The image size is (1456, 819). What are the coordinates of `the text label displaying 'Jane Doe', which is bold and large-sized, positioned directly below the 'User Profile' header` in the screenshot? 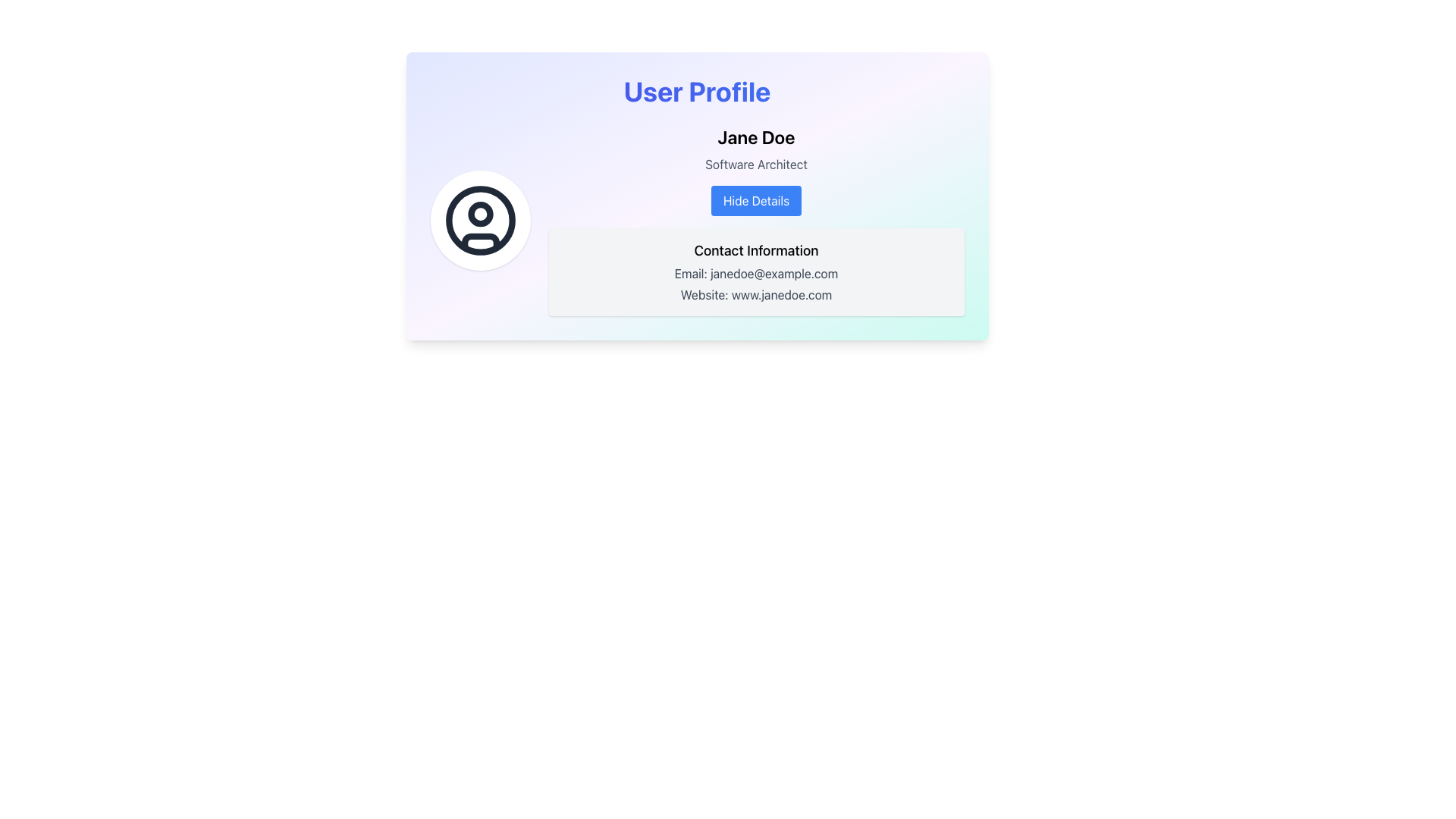 It's located at (756, 137).